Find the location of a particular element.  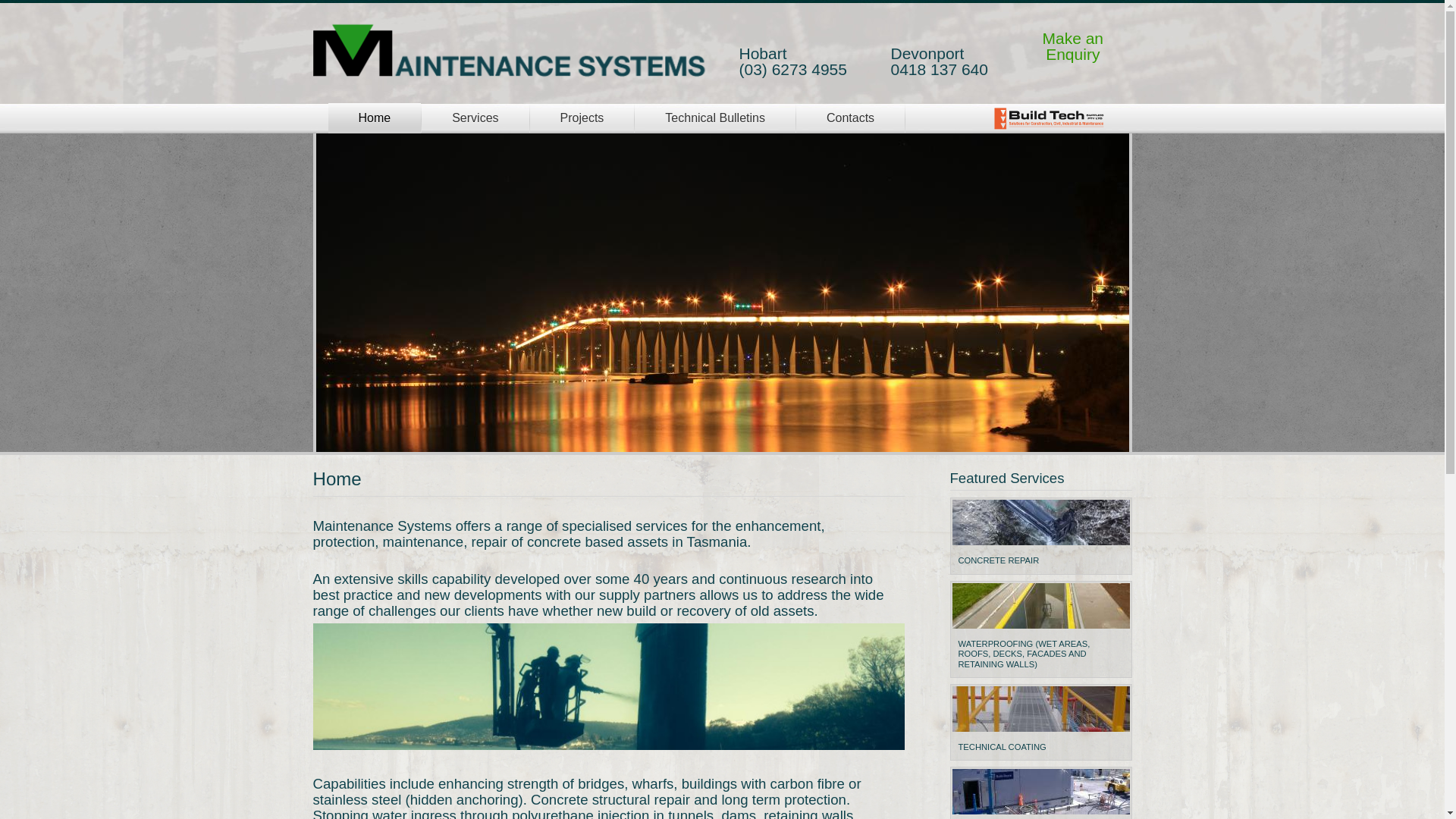

'Home' is located at coordinates (374, 117).